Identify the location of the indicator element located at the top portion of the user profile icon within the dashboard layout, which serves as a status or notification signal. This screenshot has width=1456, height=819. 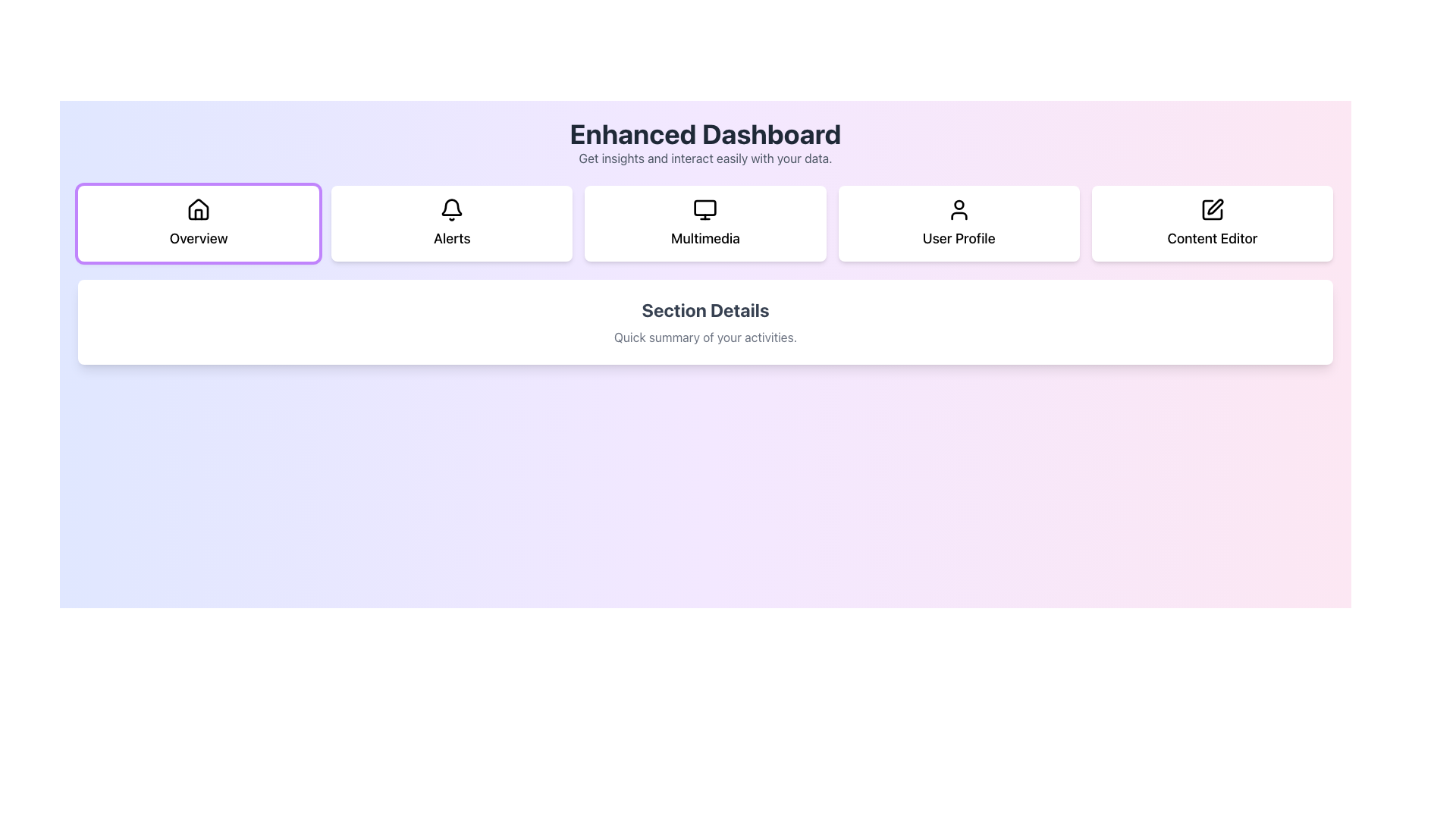
(958, 205).